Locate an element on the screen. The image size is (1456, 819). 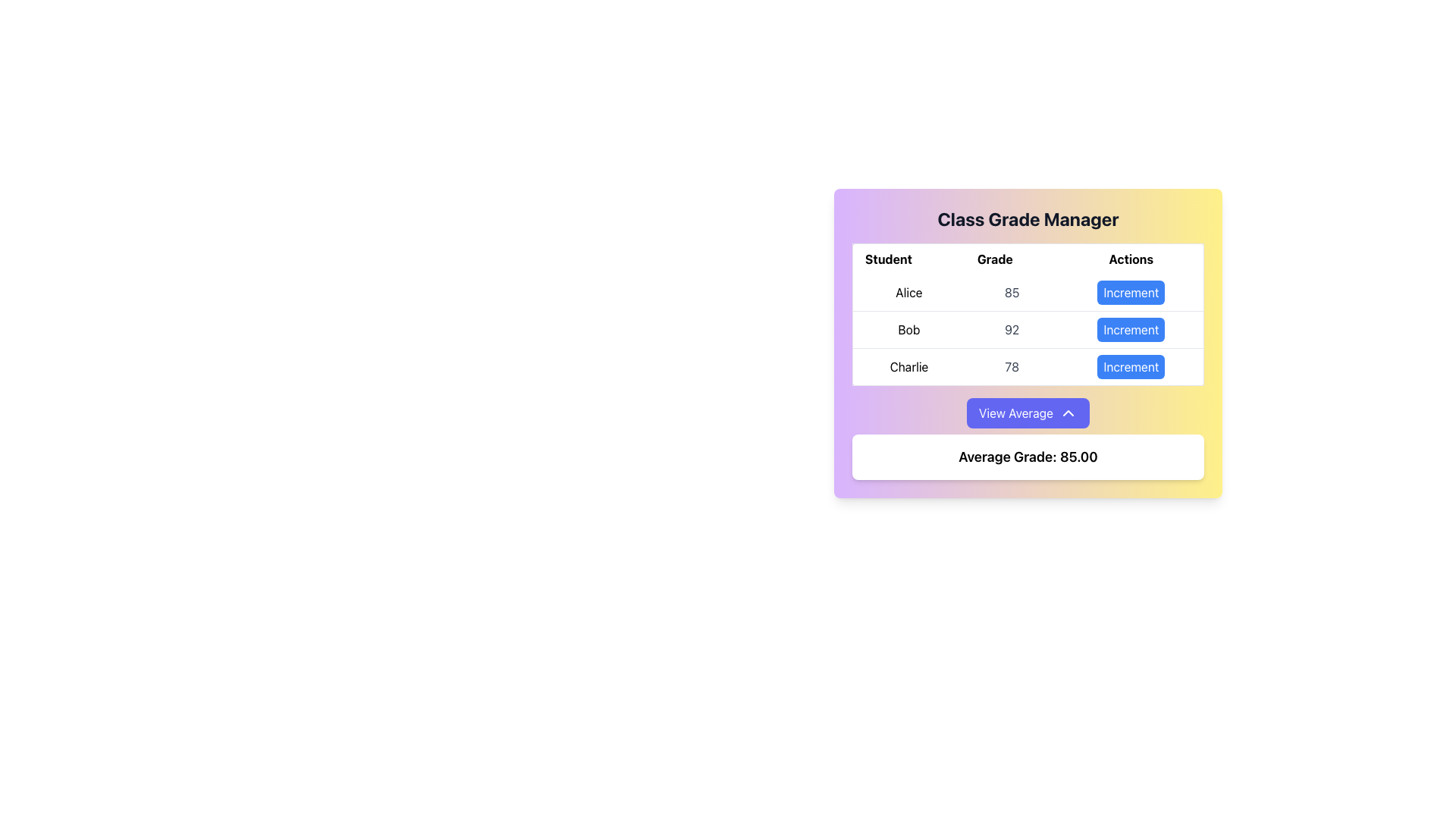
the static Text Label displaying the grade of student 'Charlie' in the third row of the 'Class Grade Manager' table under the 'Grade' column is located at coordinates (1012, 366).